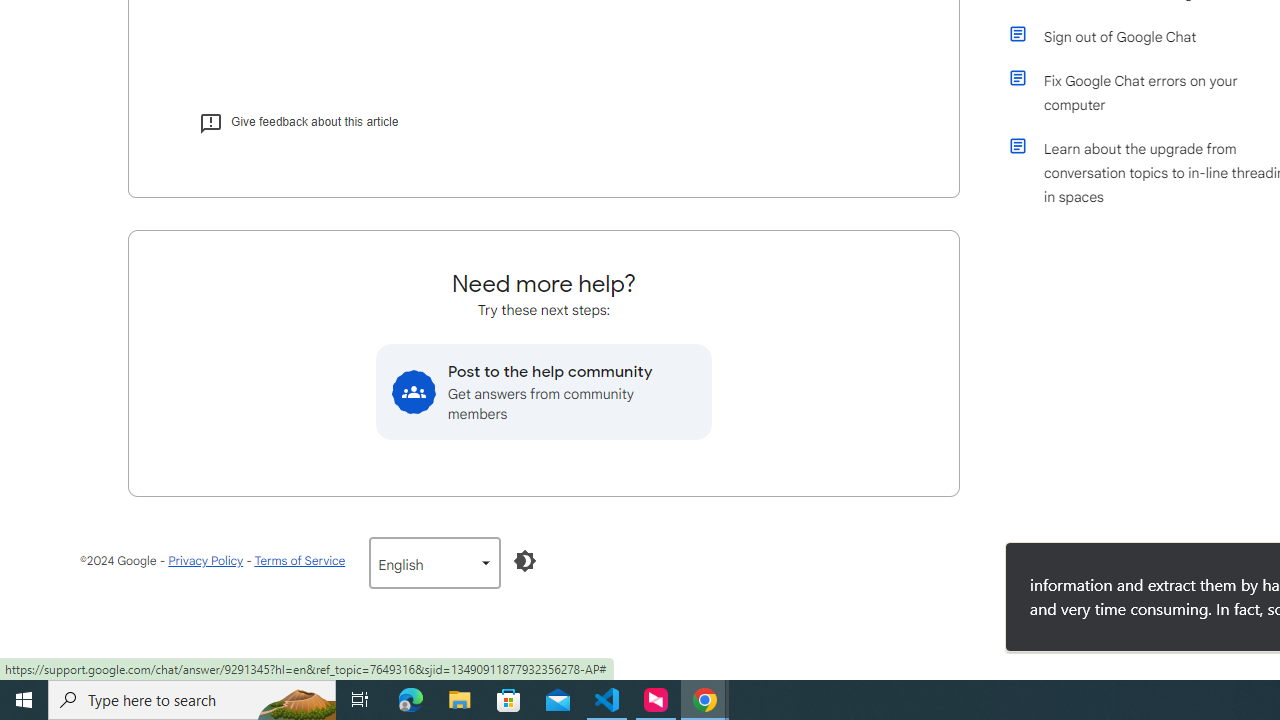  I want to click on 'Give feedback about this article', so click(297, 122).